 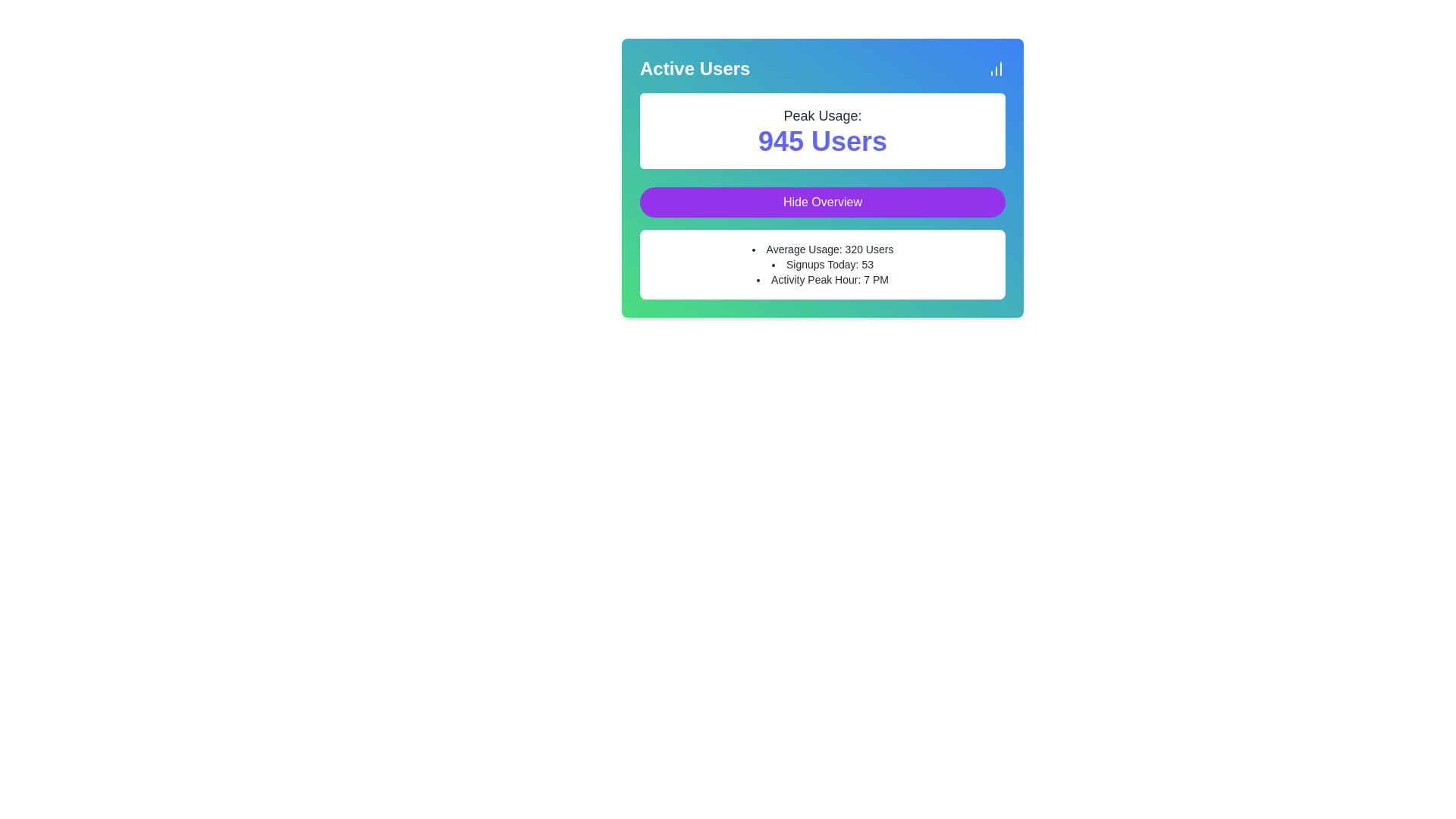 What do you see at coordinates (821, 263) in the screenshot?
I see `the text element displaying the statistic for new signups, located between 'Average Usage: 320 Users' and 'Activity Peak Hour: 7 PM' in the 'Active Users' panel` at bounding box center [821, 263].